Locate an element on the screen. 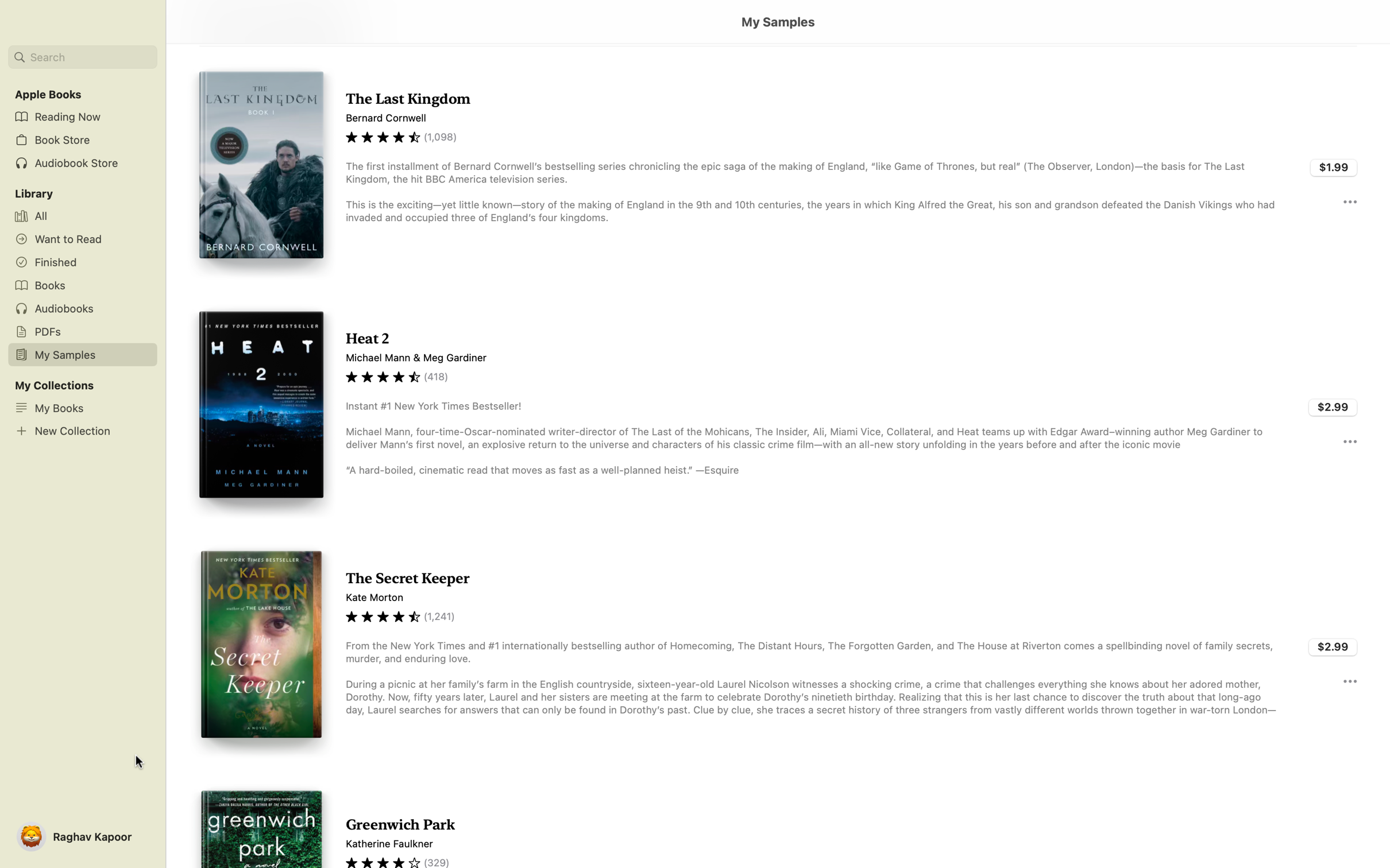 The height and width of the screenshot is (868, 1390). Buy complete version of book "Secret Keeper is located at coordinates (1333, 645).